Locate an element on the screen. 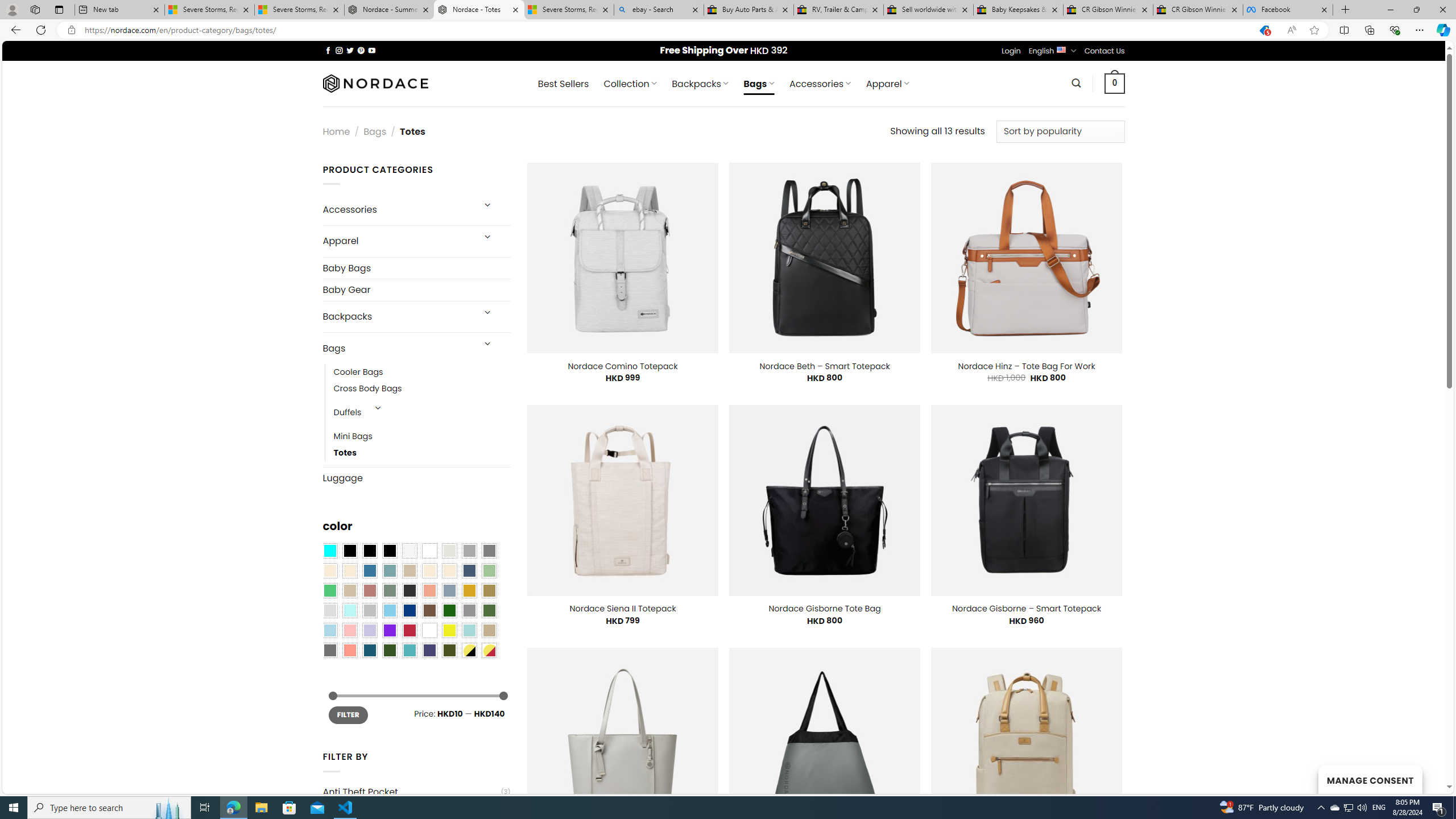 This screenshot has height=819, width=1456. 'Follow on Instagram' is located at coordinates (338, 50).